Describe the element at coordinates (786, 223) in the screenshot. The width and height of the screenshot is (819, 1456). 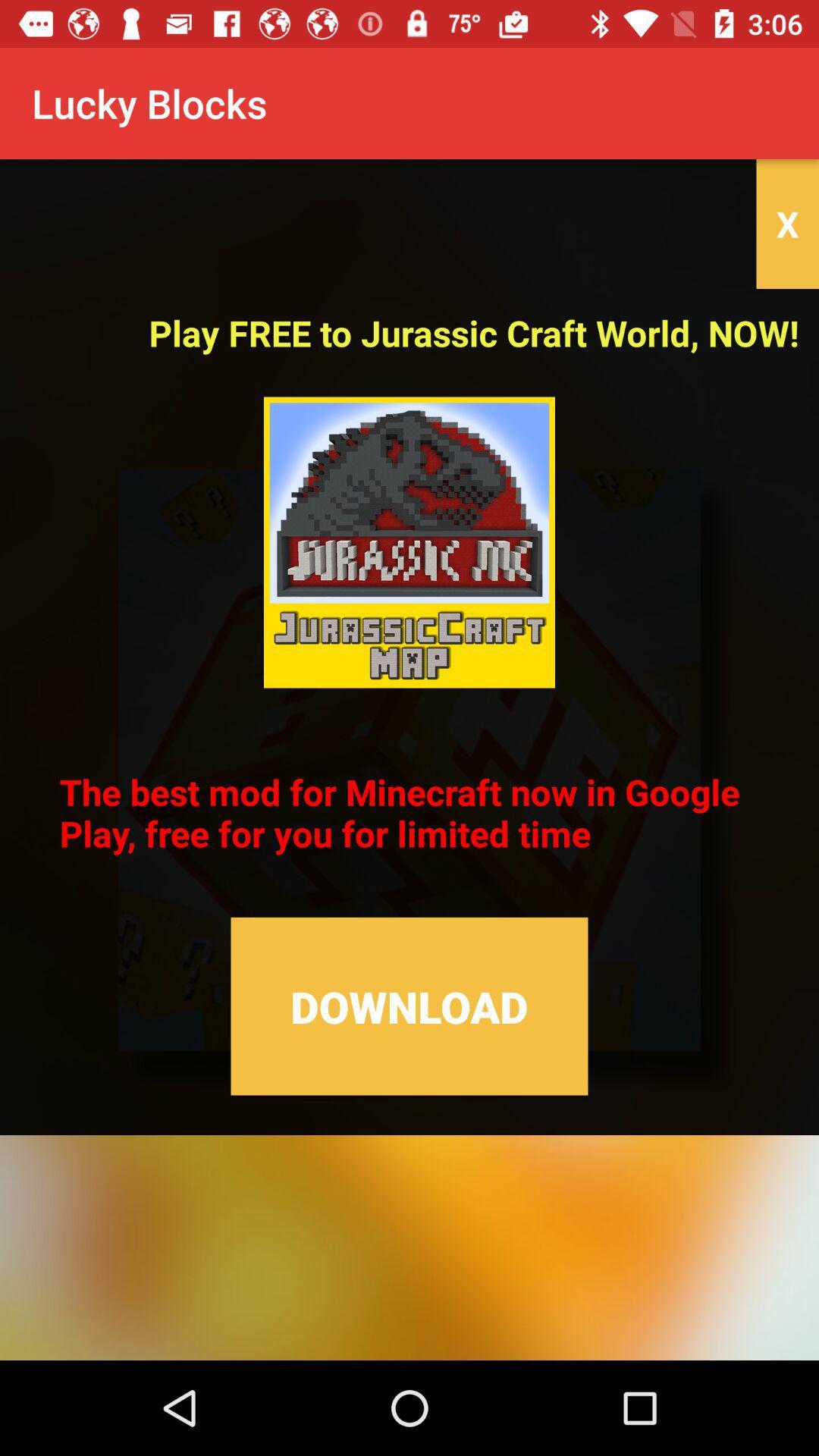
I see `the x at the top right corner` at that location.